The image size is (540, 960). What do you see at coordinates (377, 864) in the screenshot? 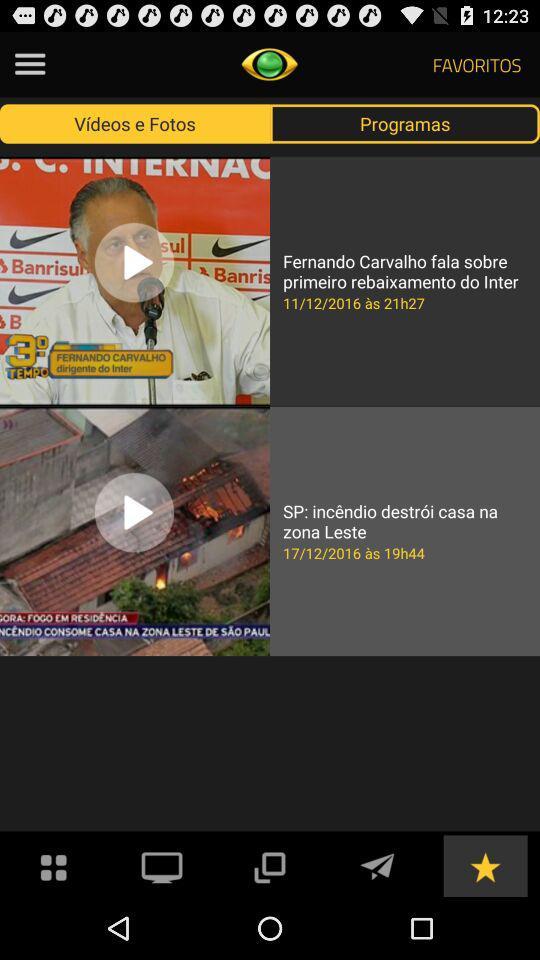
I see `telegram app icon` at bounding box center [377, 864].